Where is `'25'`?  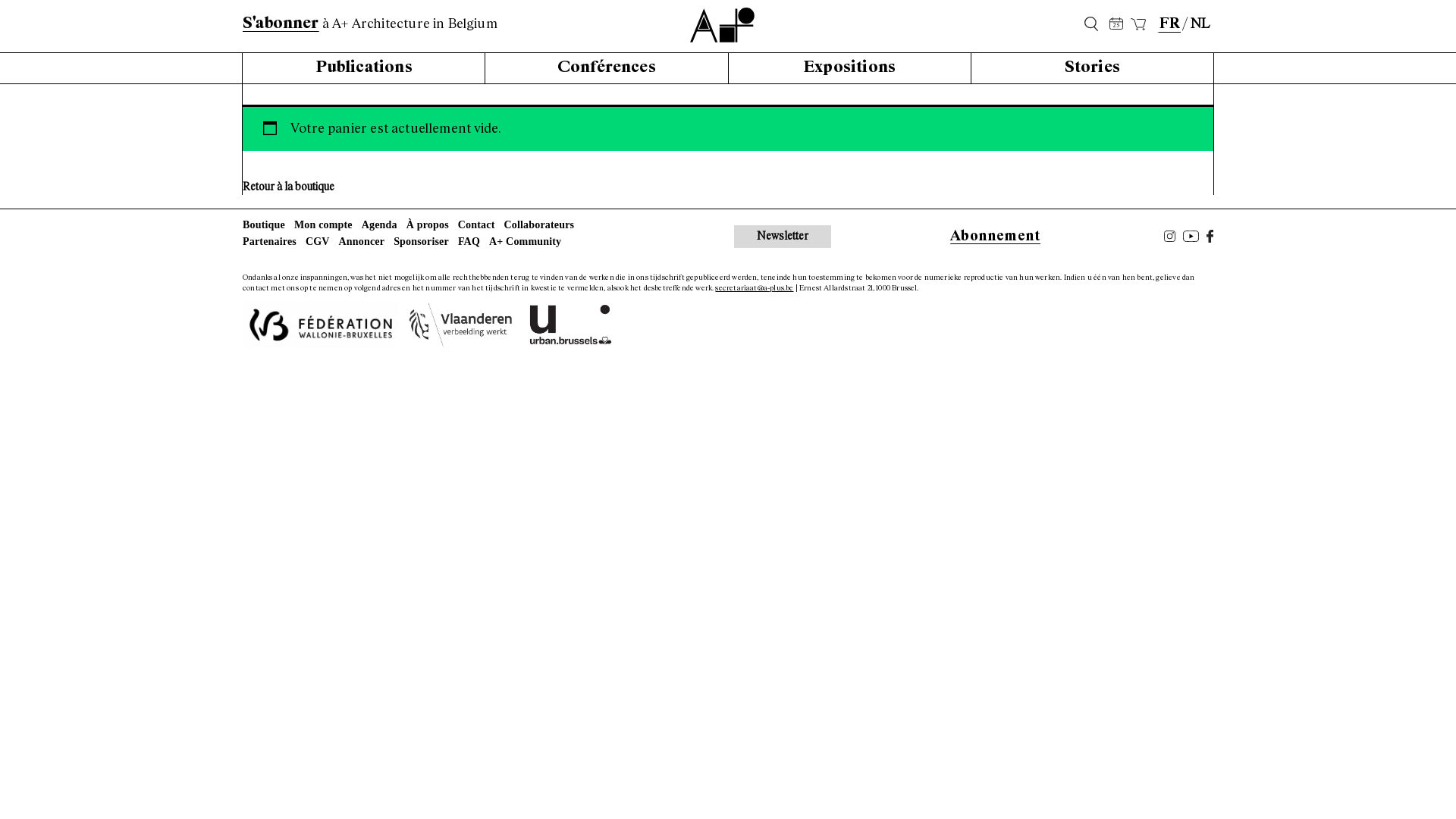 '25' is located at coordinates (1116, 24).